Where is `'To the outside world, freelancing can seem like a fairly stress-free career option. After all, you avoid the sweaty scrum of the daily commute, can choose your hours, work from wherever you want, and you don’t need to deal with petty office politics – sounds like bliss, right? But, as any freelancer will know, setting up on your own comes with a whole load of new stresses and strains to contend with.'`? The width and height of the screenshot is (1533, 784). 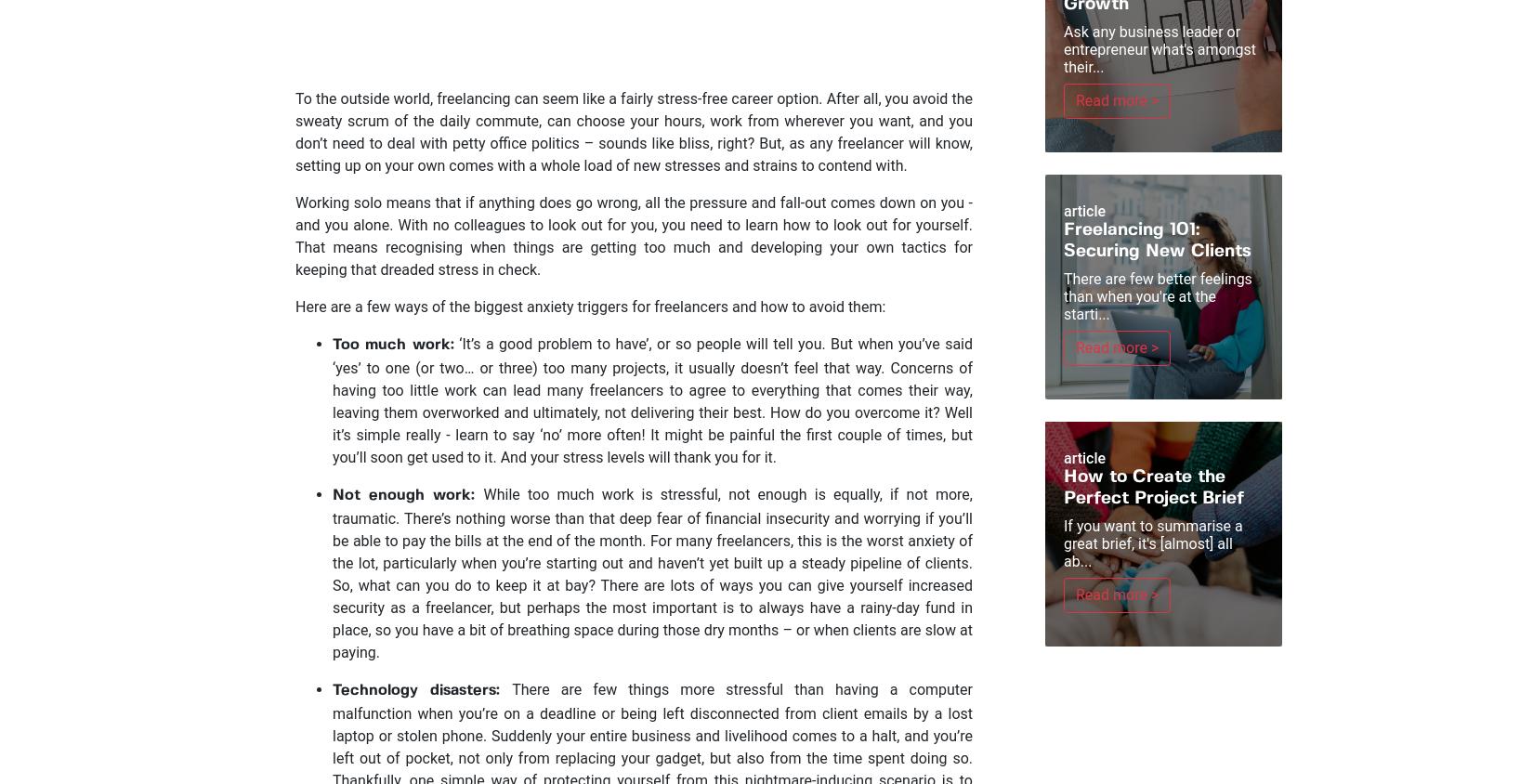
'To the outside world, freelancing can seem like a fairly stress-free career option. After all, you avoid the sweaty scrum of the daily commute, can choose your hours, work from wherever you want, and you don’t need to deal with petty office politics – sounds like bliss, right? But, as any freelancer will know, setting up on your own comes with a whole load of new stresses and strains to contend with.' is located at coordinates (633, 132).